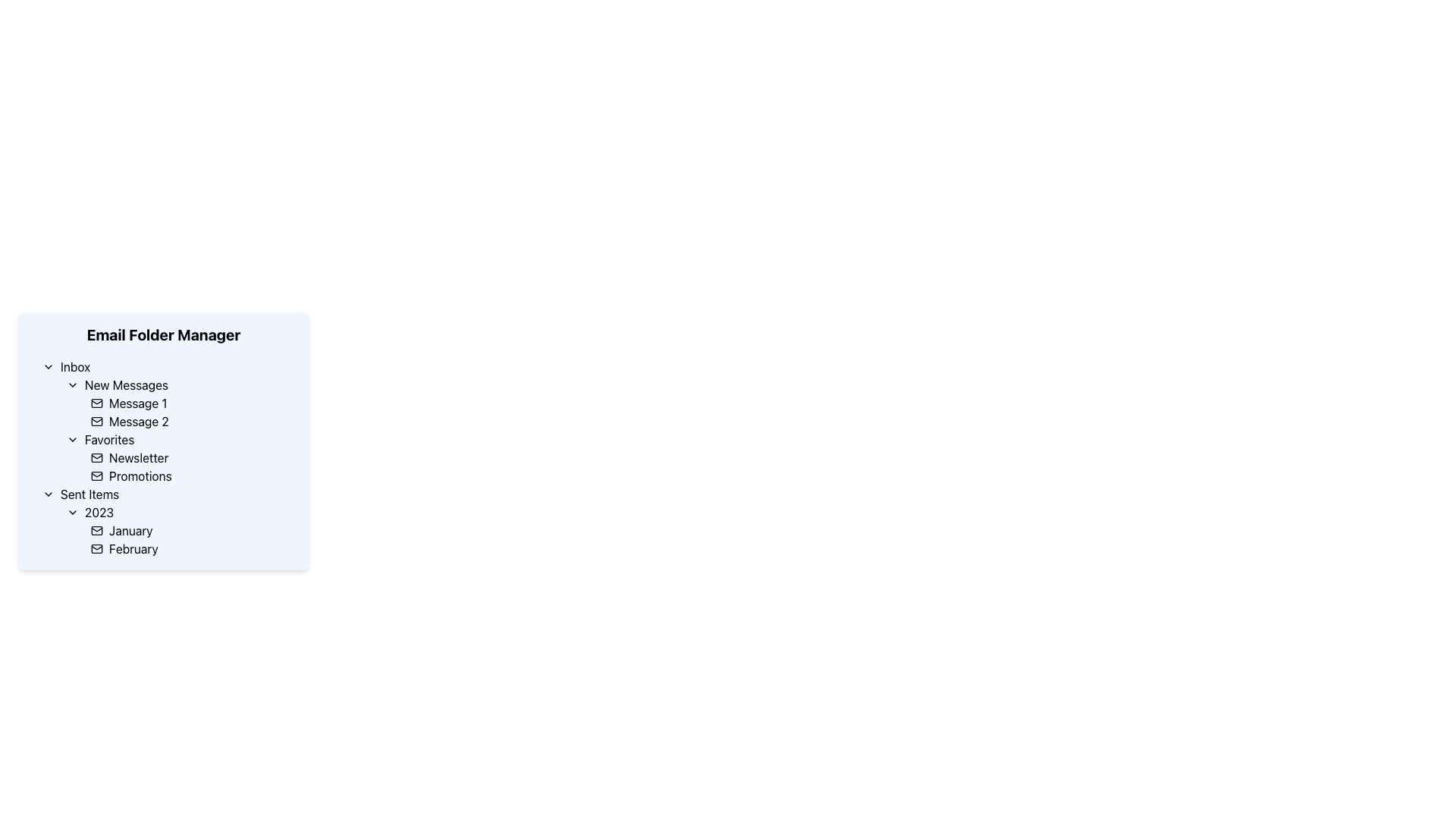  What do you see at coordinates (96, 421) in the screenshot?
I see `the decorative icon that represents 'Message 2' in the 'New Messages' section of the Inbox, located at the beginning of the list item` at bounding box center [96, 421].